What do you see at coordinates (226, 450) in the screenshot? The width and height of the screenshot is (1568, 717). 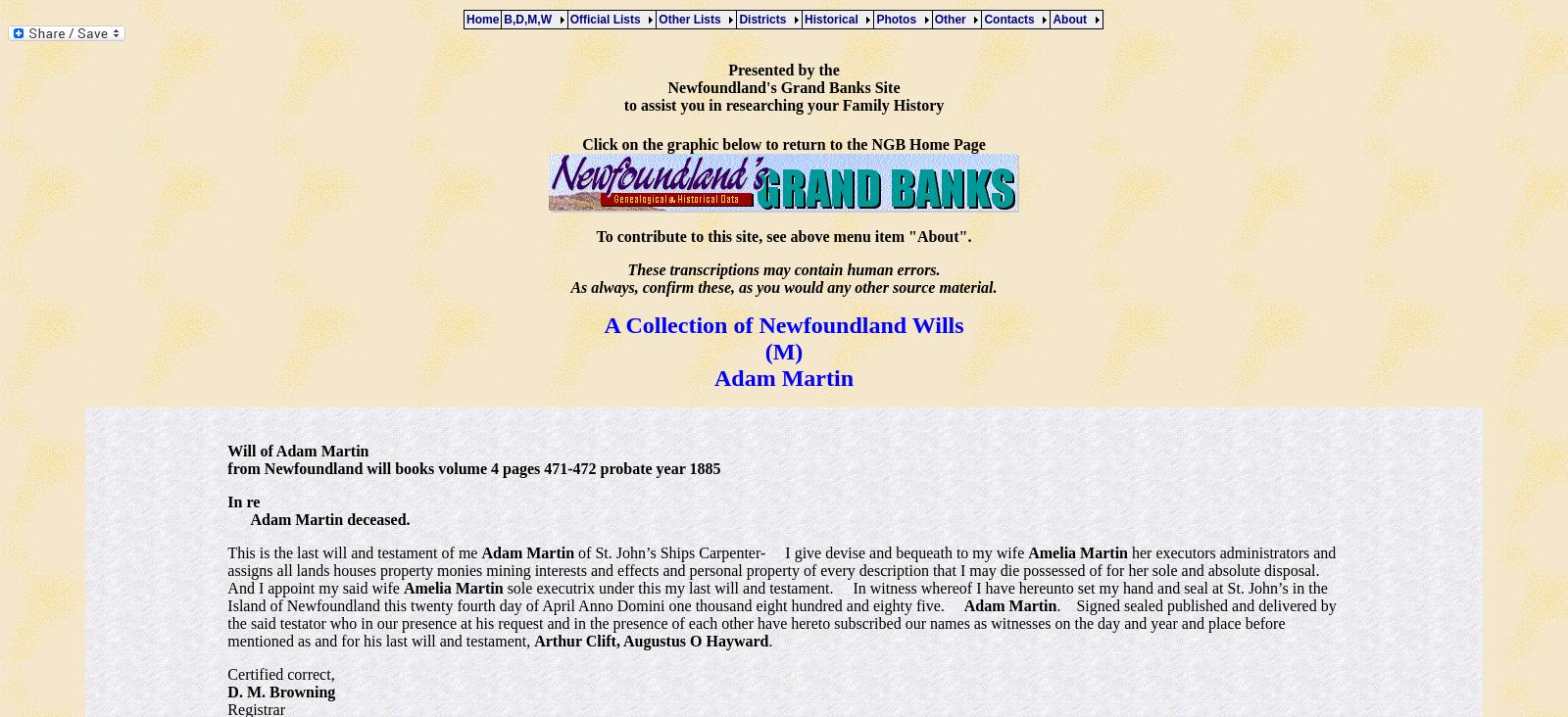 I see `'Will of Adam Martin'` at bounding box center [226, 450].